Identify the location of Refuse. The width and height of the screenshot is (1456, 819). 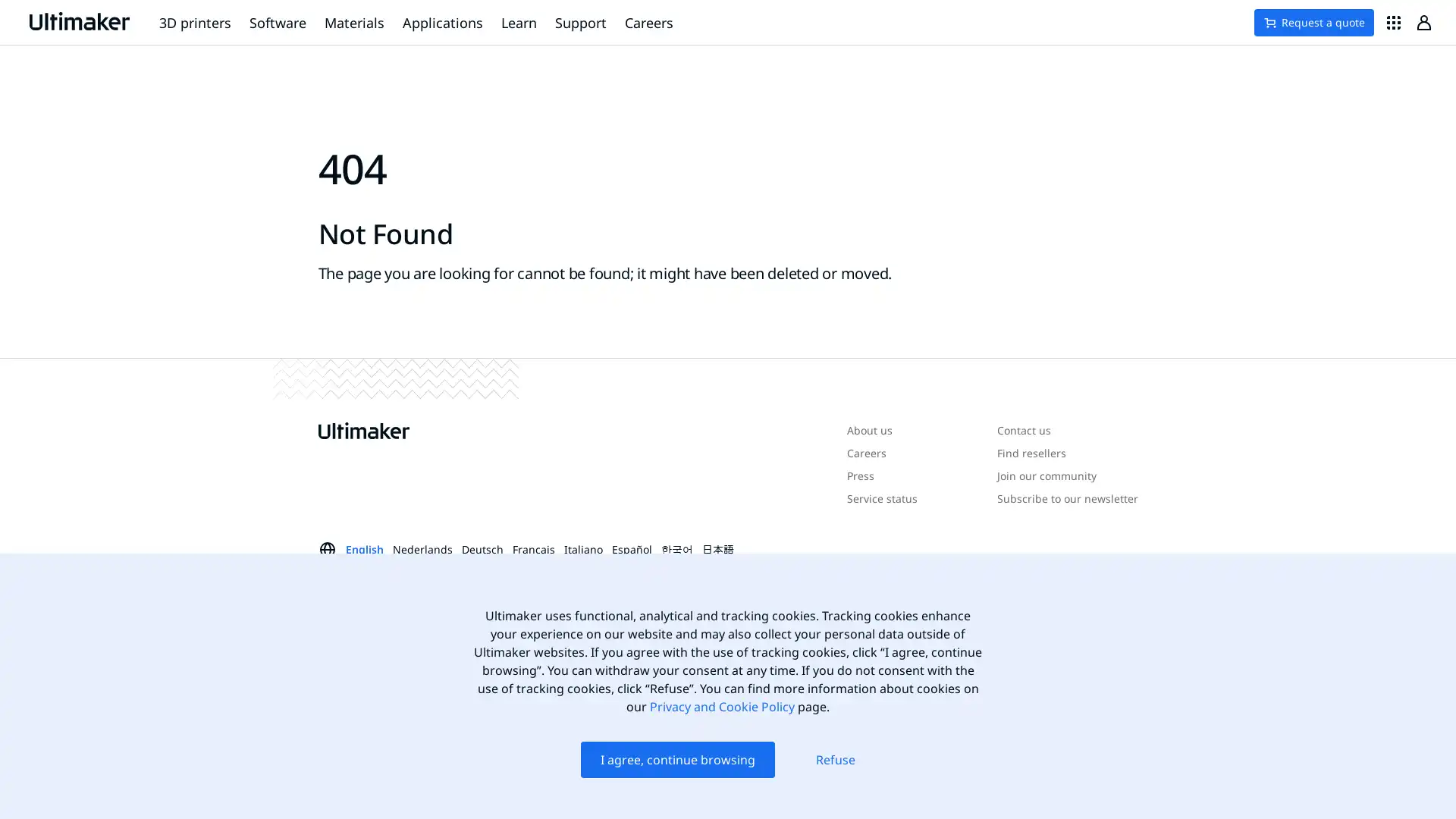
(835, 760).